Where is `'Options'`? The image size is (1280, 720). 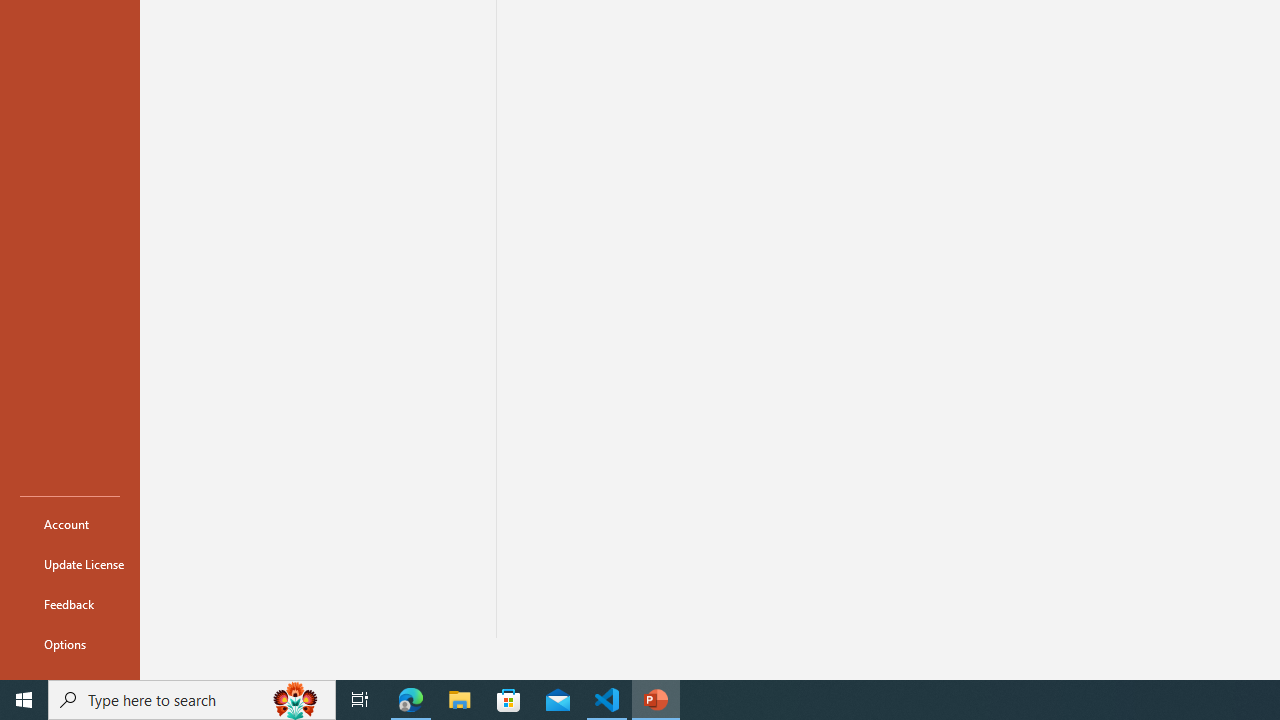 'Options' is located at coordinates (69, 644).